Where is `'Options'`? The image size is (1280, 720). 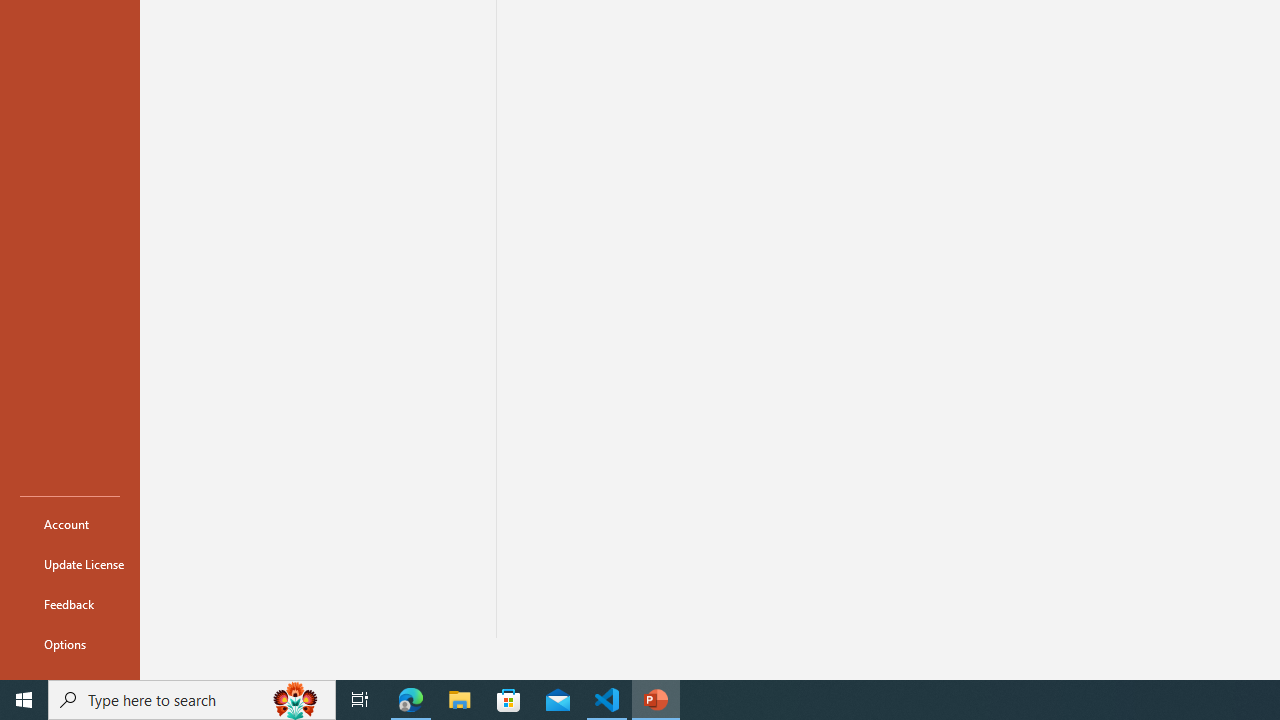 'Options' is located at coordinates (69, 644).